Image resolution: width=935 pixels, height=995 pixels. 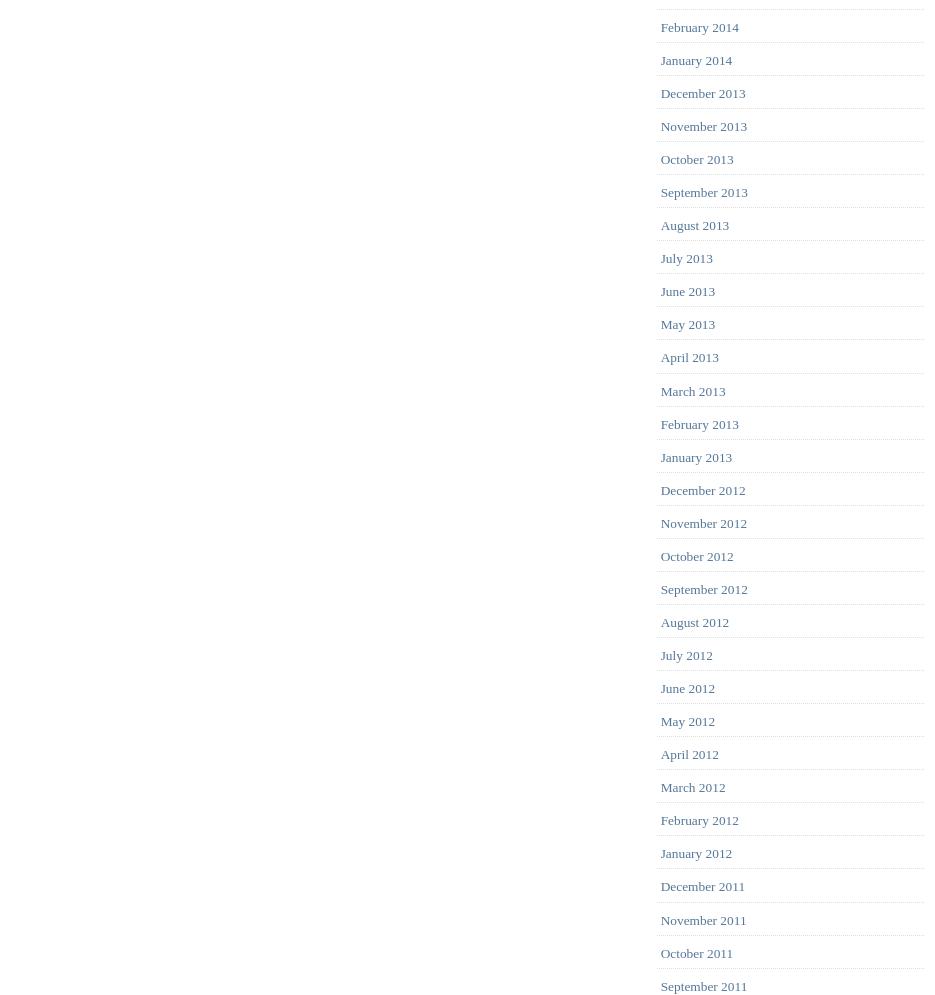 I want to click on 'November 2011', so click(x=660, y=919).